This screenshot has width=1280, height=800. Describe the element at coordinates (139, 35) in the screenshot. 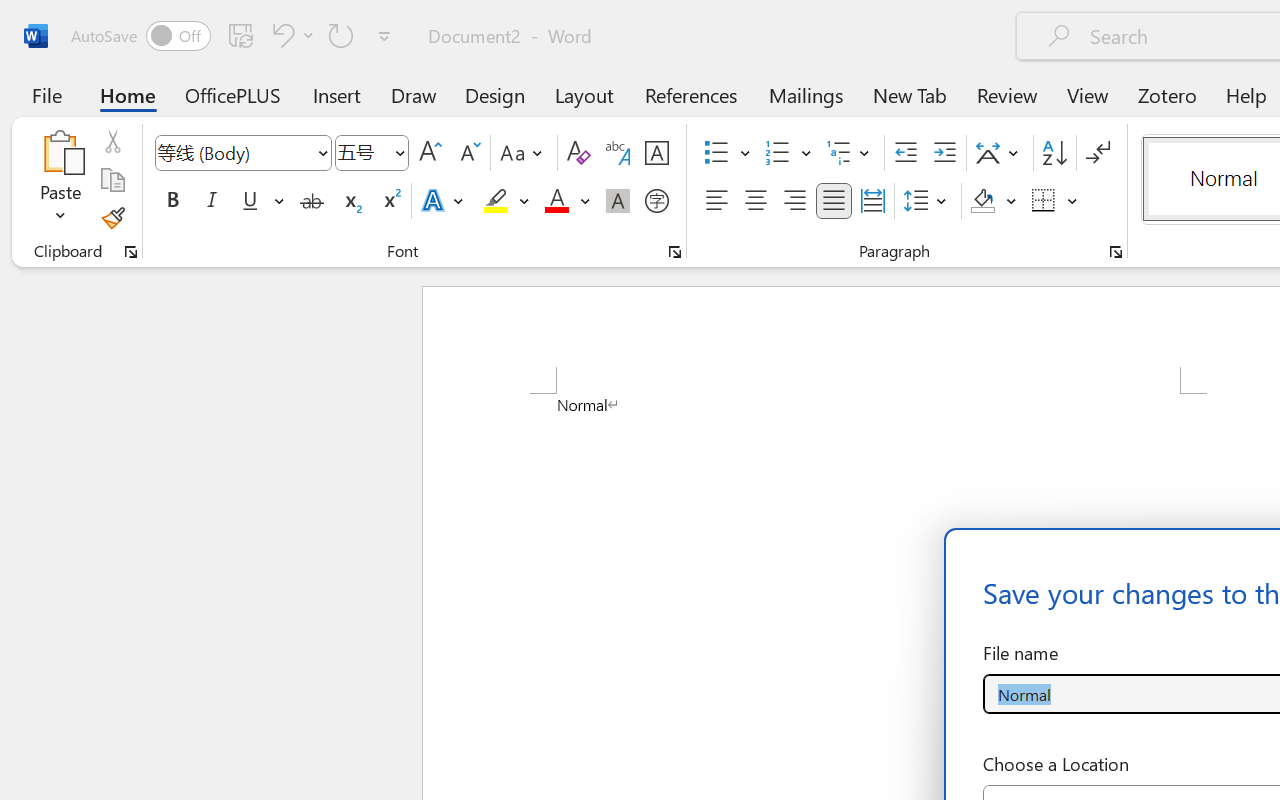

I see `'AutoSave'` at that location.